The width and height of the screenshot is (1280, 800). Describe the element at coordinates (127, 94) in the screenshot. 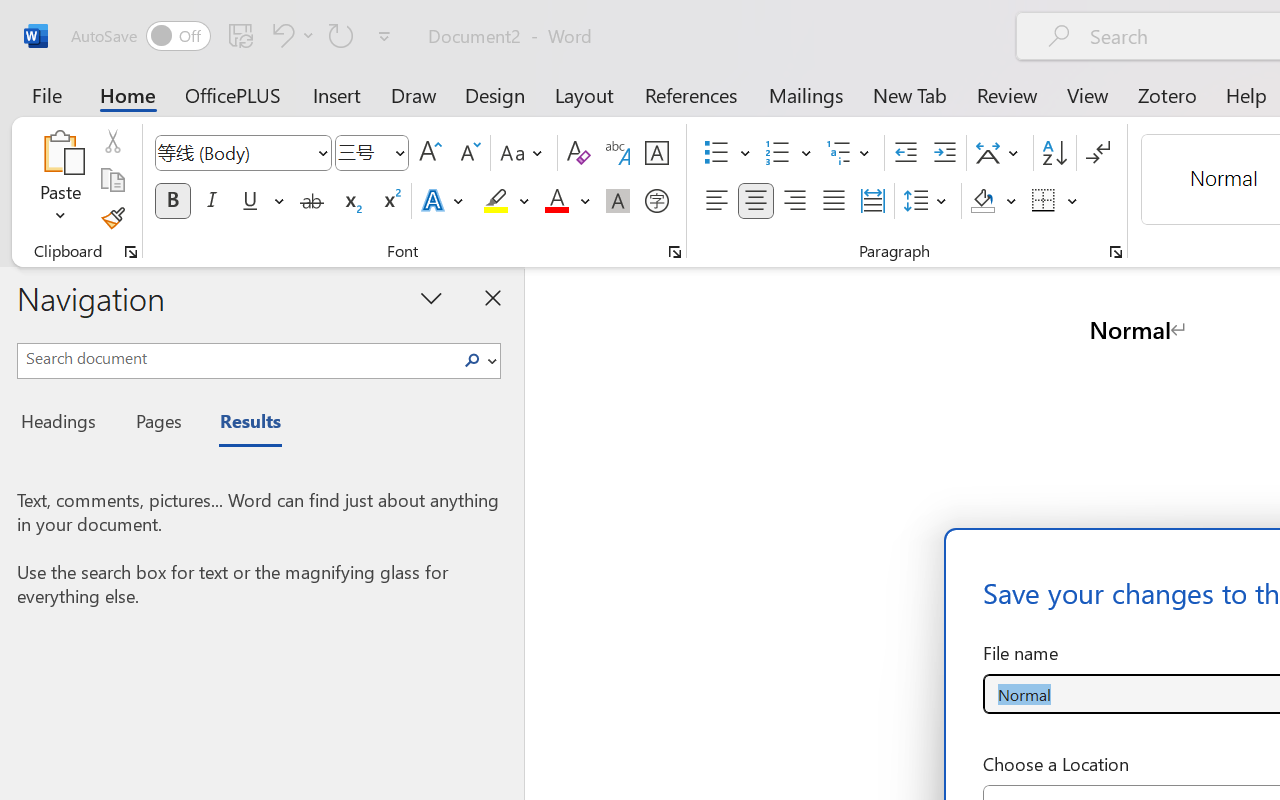

I see `'Home'` at that location.